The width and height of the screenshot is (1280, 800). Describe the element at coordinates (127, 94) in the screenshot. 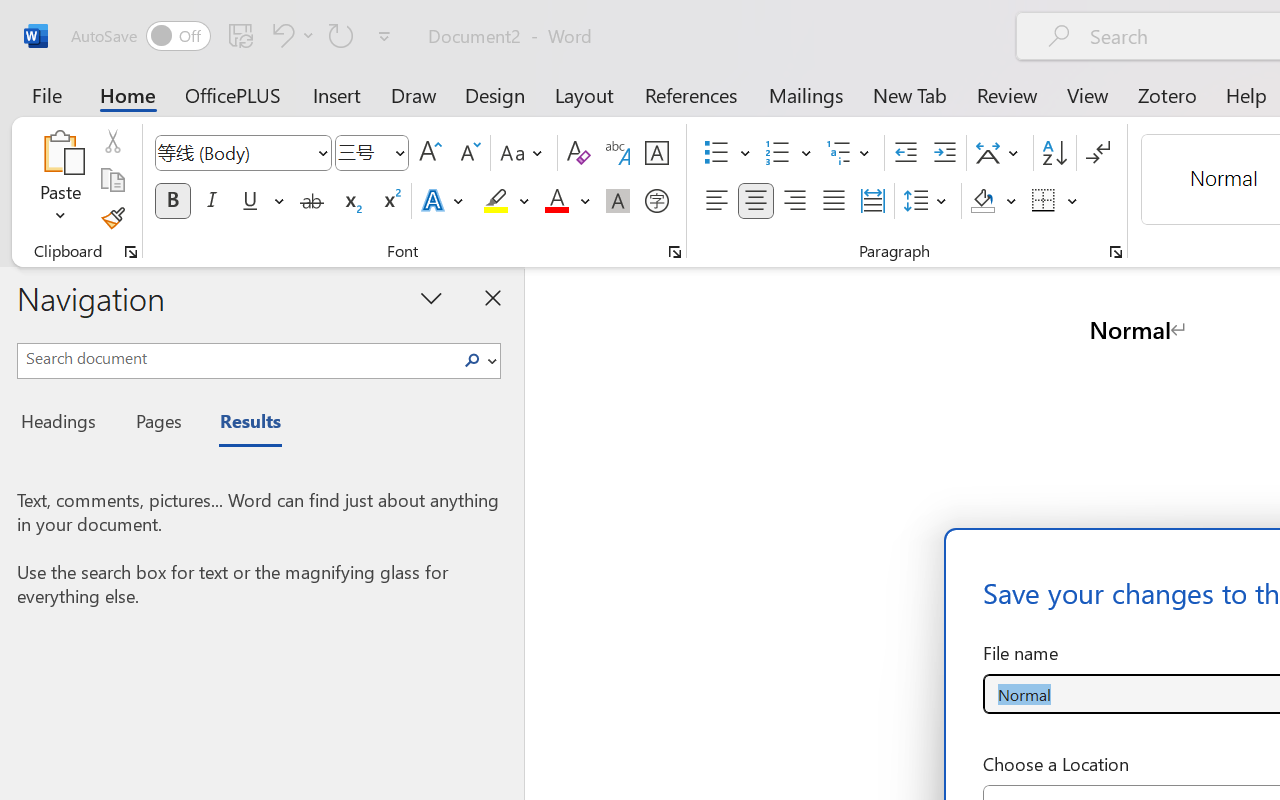

I see `'Home'` at that location.